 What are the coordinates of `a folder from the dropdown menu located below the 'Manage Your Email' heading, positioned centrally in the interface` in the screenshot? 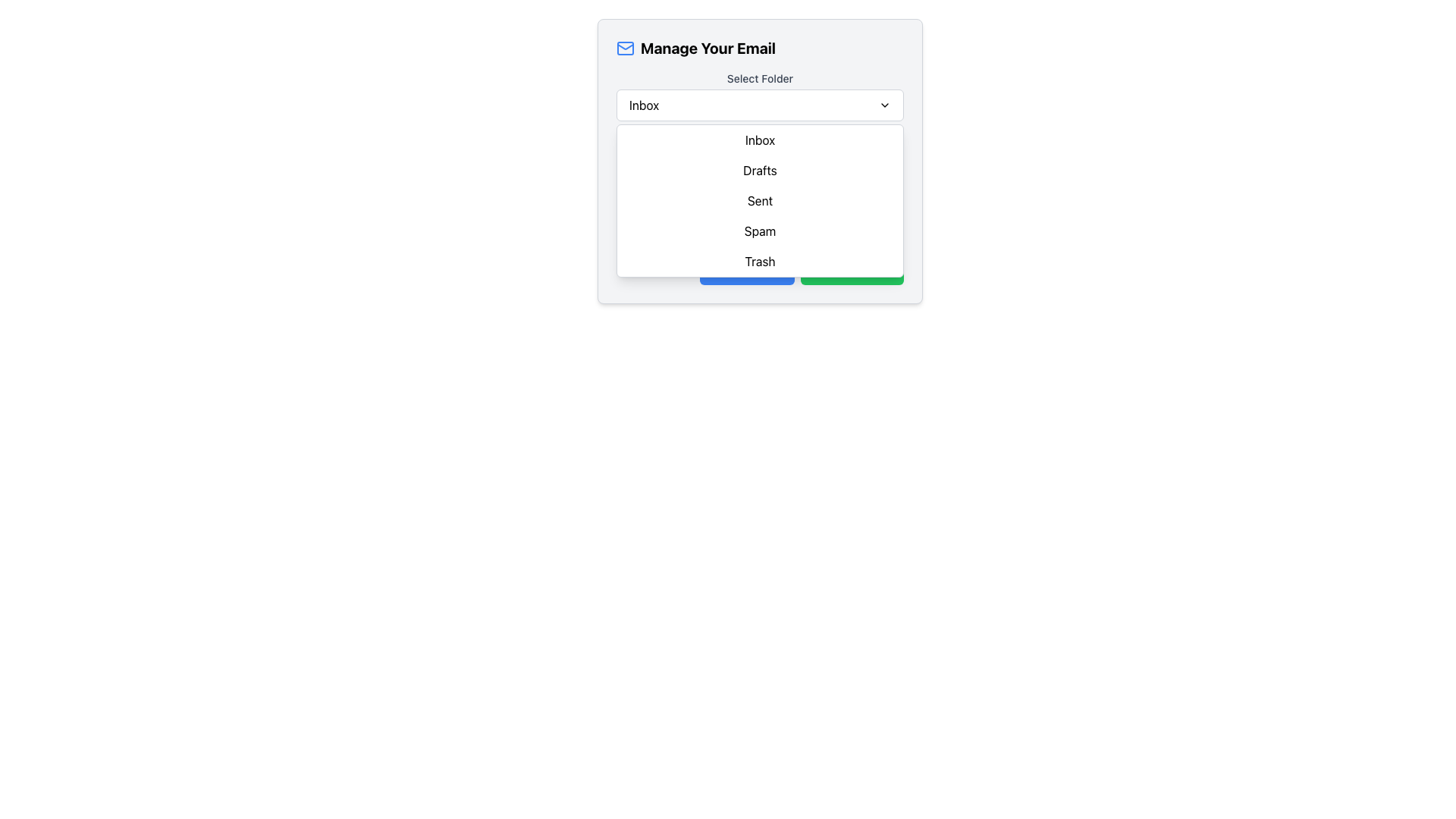 It's located at (760, 96).